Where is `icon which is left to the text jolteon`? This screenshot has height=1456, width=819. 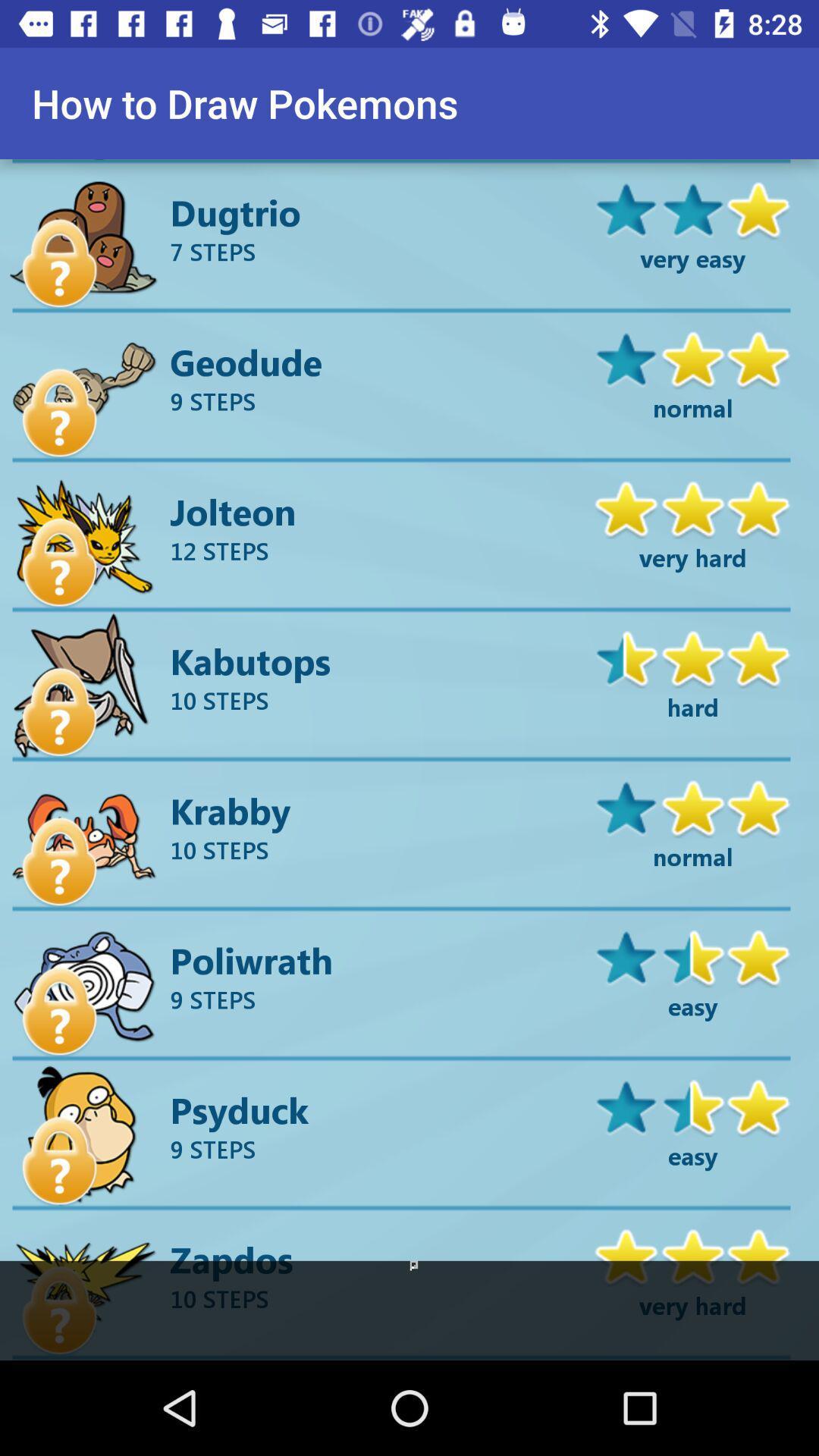 icon which is left to the text jolteon is located at coordinates (85, 538).